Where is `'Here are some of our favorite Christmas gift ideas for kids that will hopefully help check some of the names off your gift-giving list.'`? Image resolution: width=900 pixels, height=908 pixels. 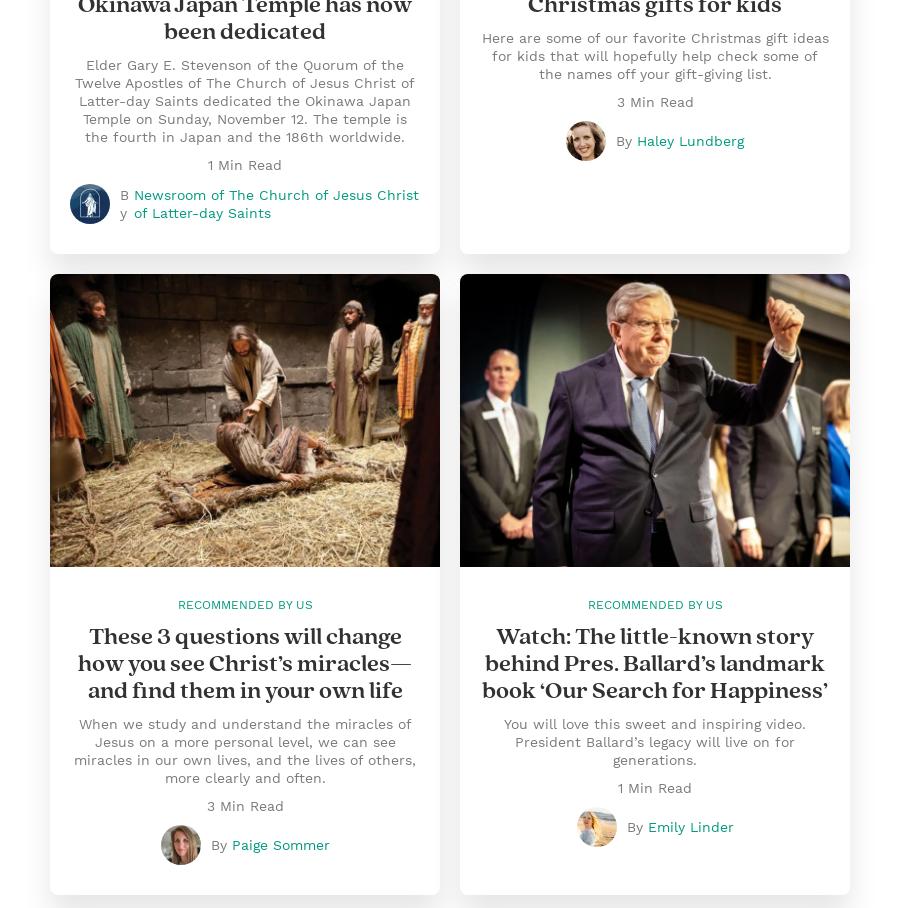 'Here are some of our favorite Christmas gift ideas for kids that will hopefully help check some of the names off your gift-giving list.' is located at coordinates (654, 55).